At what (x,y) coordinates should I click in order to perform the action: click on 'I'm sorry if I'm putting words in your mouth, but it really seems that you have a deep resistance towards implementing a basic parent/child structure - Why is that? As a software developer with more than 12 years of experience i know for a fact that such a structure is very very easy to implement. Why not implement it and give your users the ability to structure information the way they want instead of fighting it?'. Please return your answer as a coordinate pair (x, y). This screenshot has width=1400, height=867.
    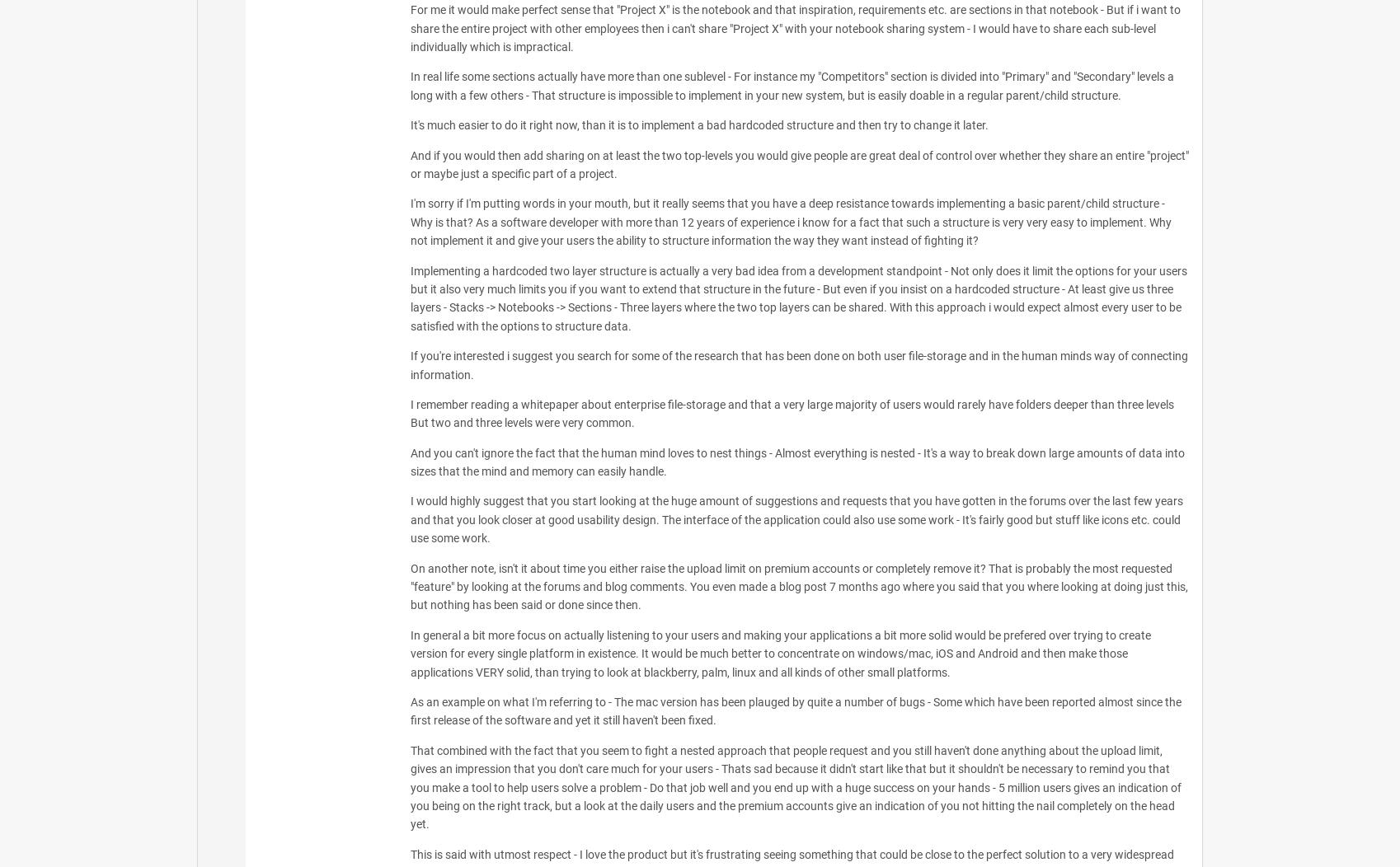
    Looking at the image, I should click on (789, 222).